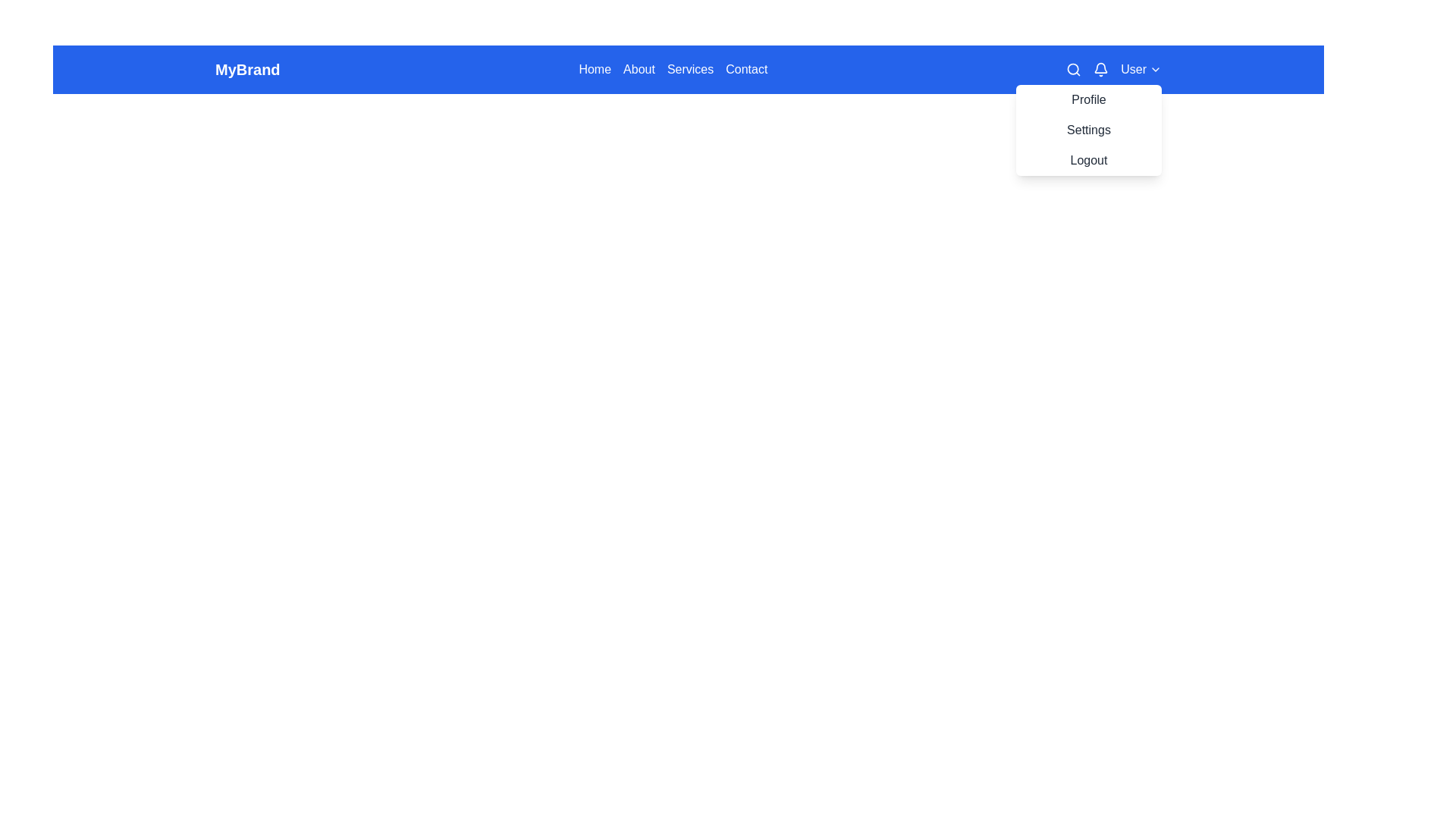 Image resolution: width=1456 pixels, height=819 pixels. I want to click on the Dropdown chevron icon located to the right of the 'User' text in the top navigation bar, so click(1154, 70).